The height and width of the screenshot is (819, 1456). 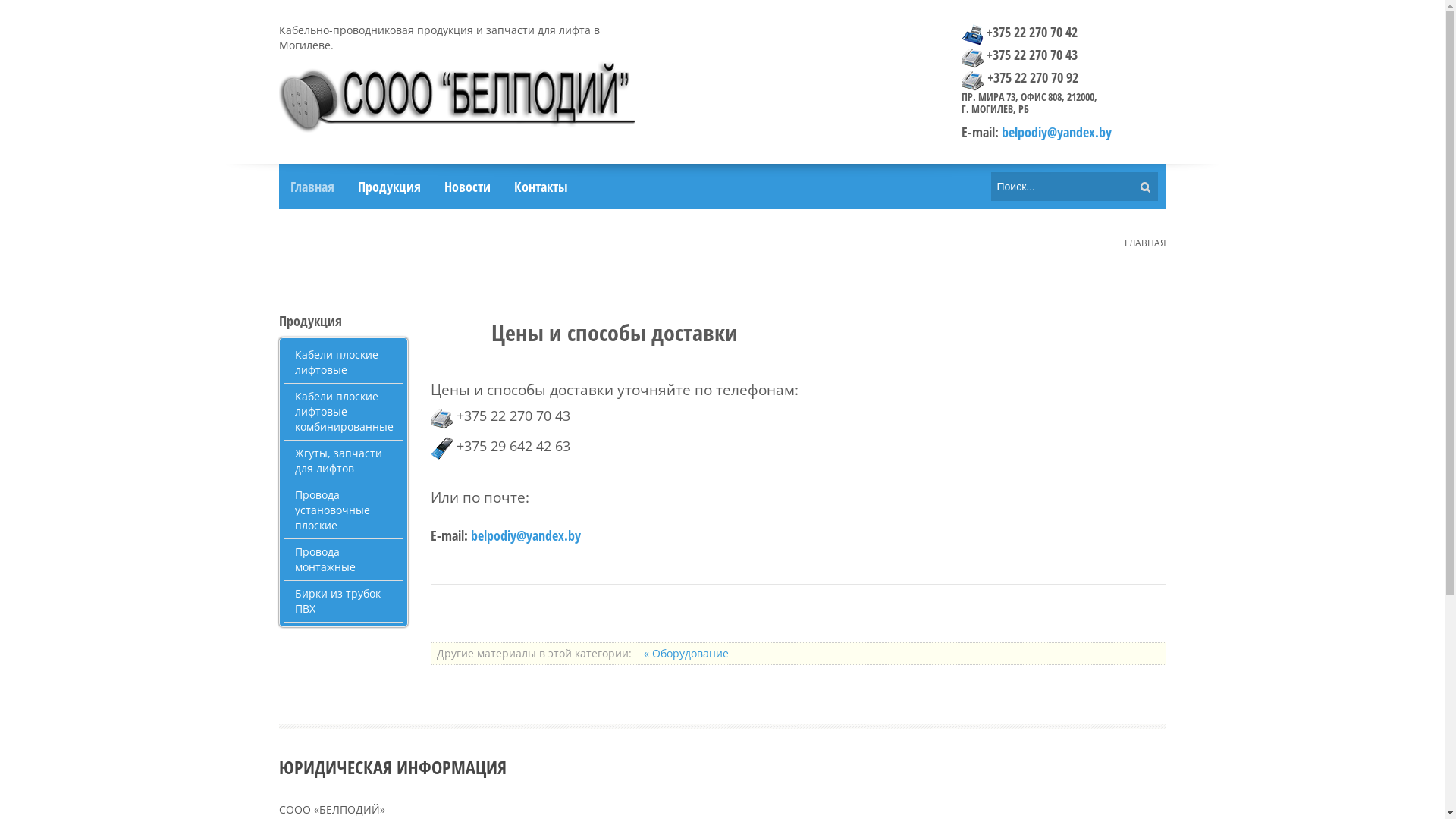 What do you see at coordinates (441, 447) in the screenshot?
I see `'Velcom'` at bounding box center [441, 447].